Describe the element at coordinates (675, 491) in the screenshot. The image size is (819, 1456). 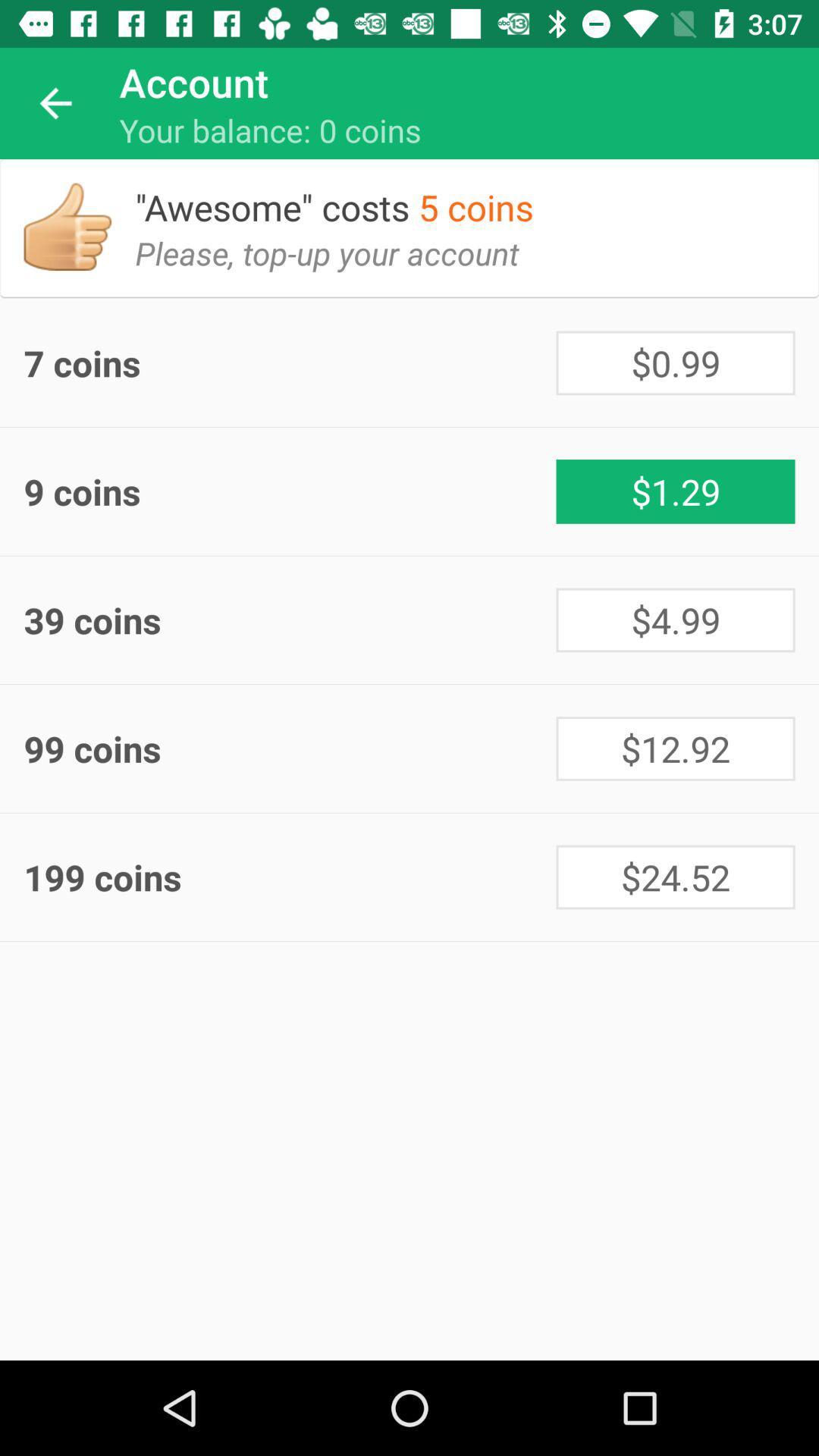
I see `$1.29 icon` at that location.